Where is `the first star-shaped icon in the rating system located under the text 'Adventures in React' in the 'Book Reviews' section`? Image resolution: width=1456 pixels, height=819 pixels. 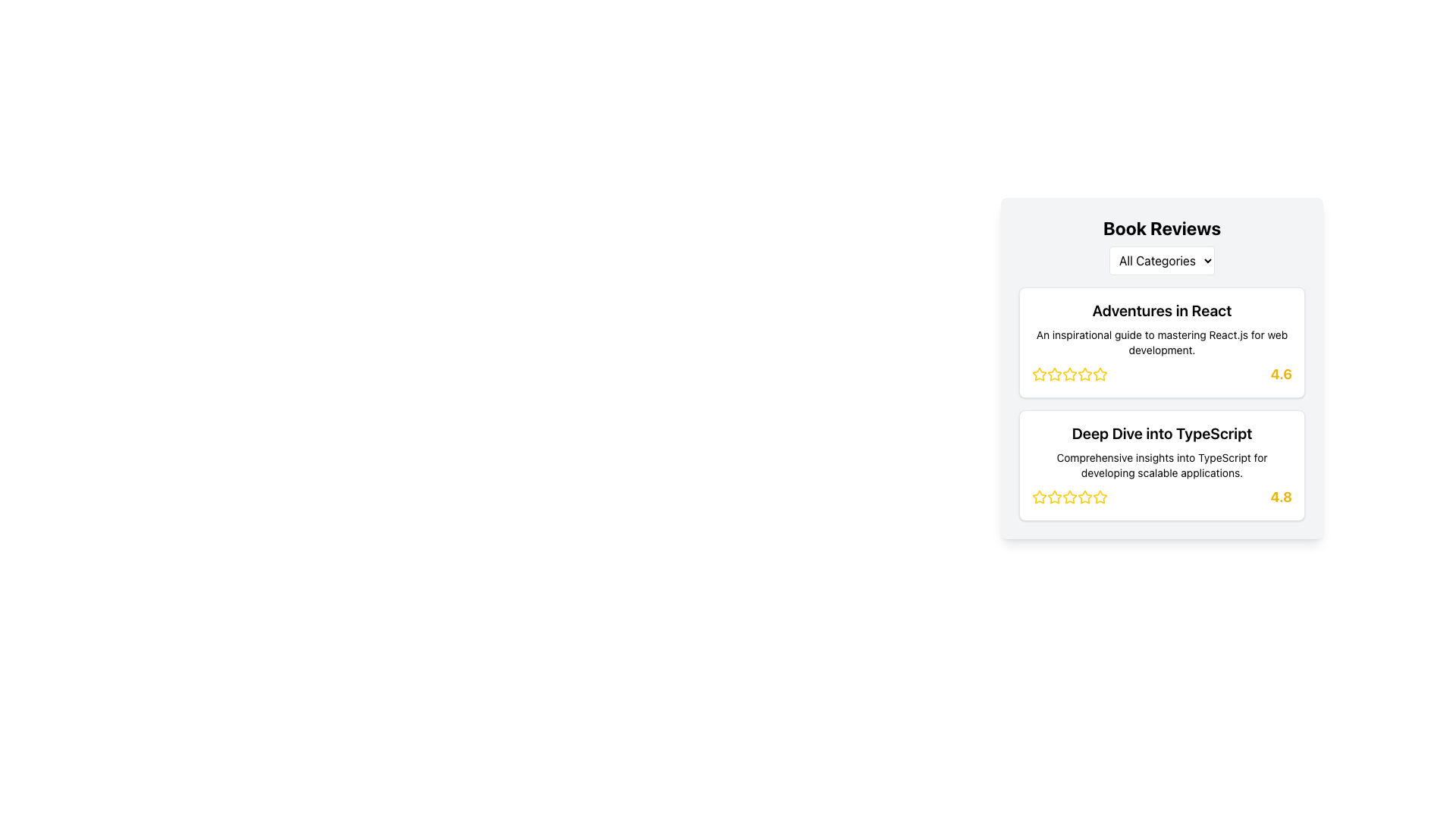
the first star-shaped icon in the rating system located under the text 'Adventures in React' in the 'Book Reviews' section is located at coordinates (1054, 374).